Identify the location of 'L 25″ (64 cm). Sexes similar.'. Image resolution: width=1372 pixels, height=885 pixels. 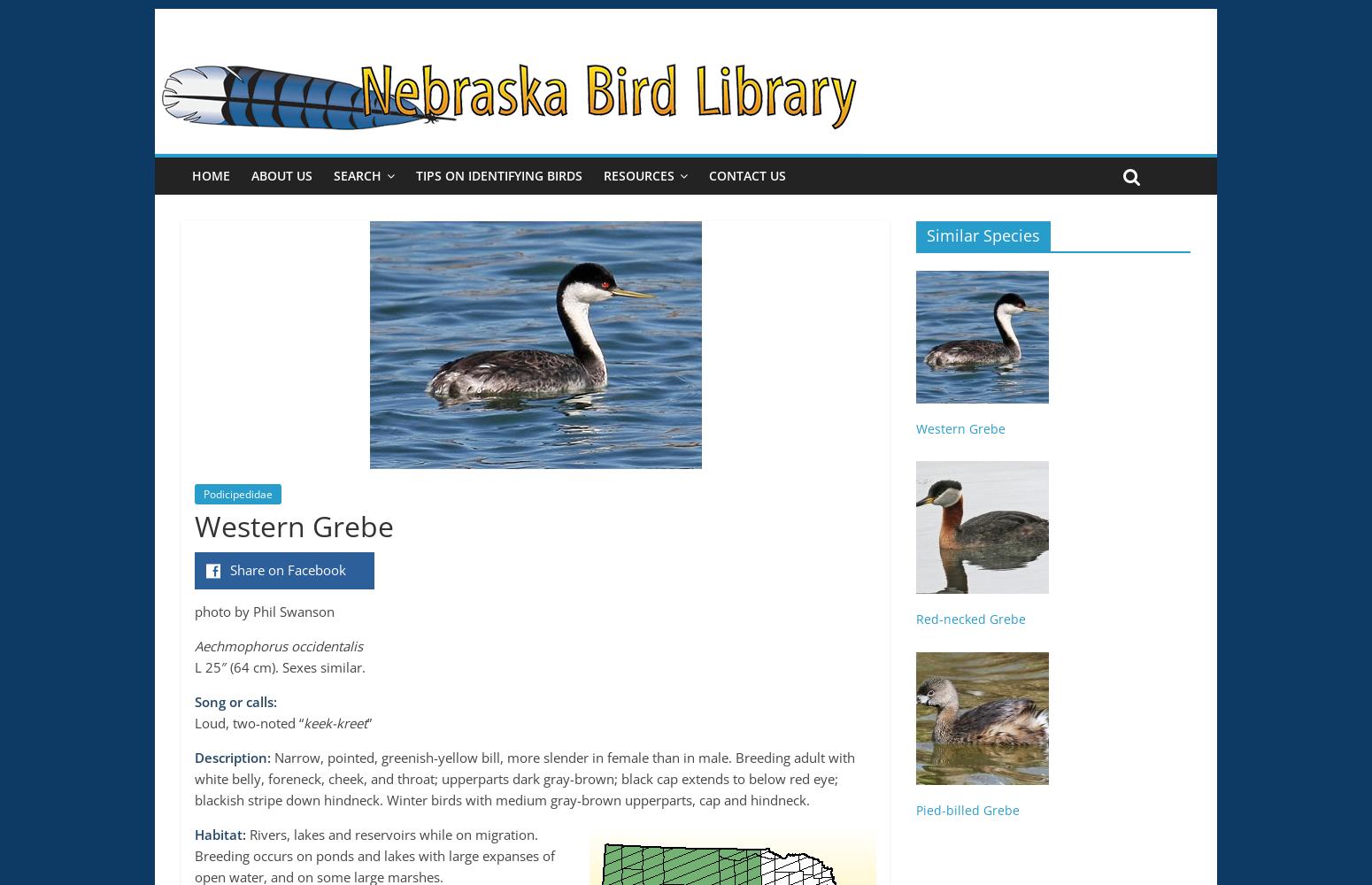
(279, 667).